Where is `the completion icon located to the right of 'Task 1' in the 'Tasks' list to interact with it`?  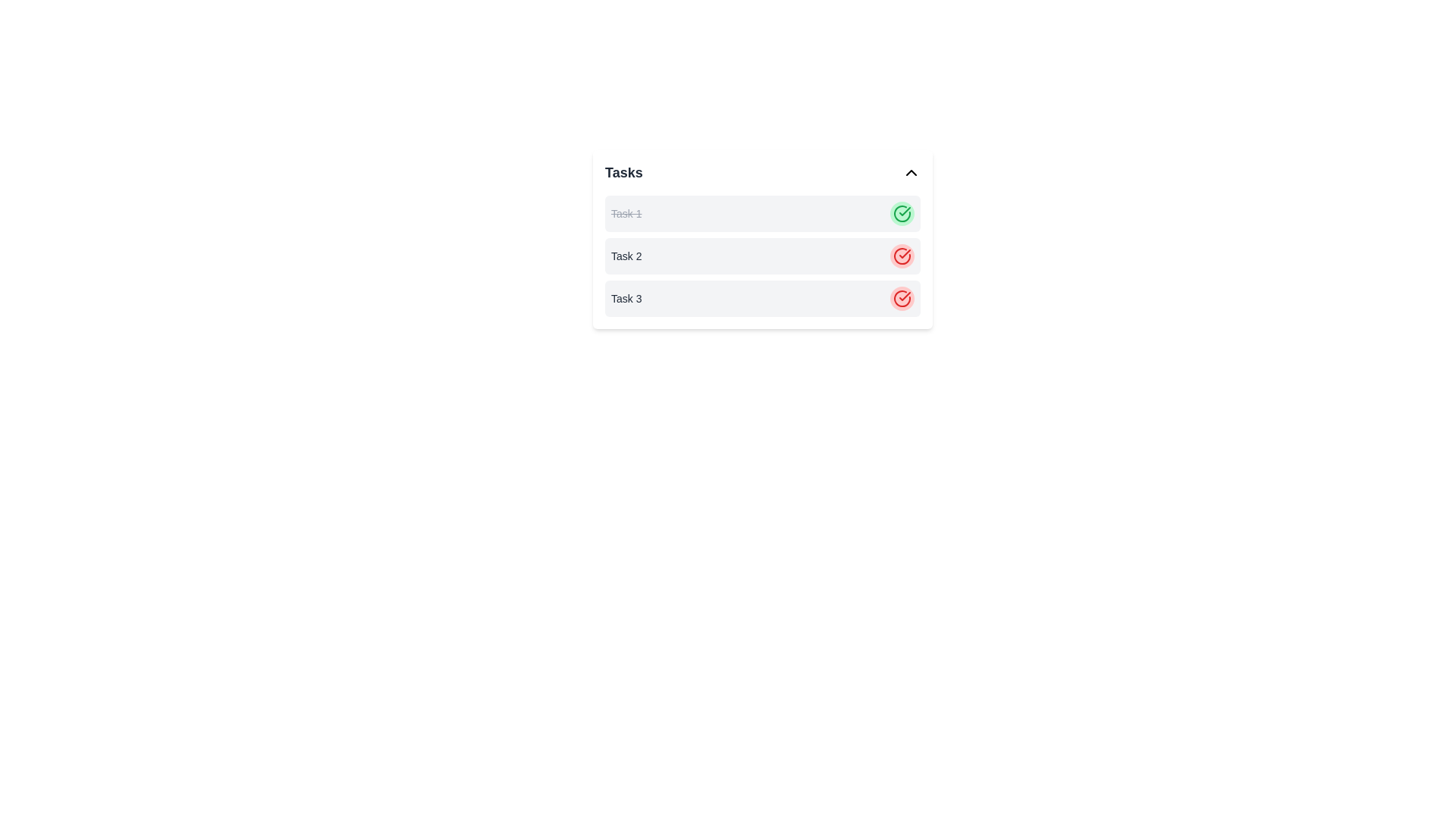 the completion icon located to the right of 'Task 1' in the 'Tasks' list to interact with it is located at coordinates (902, 213).